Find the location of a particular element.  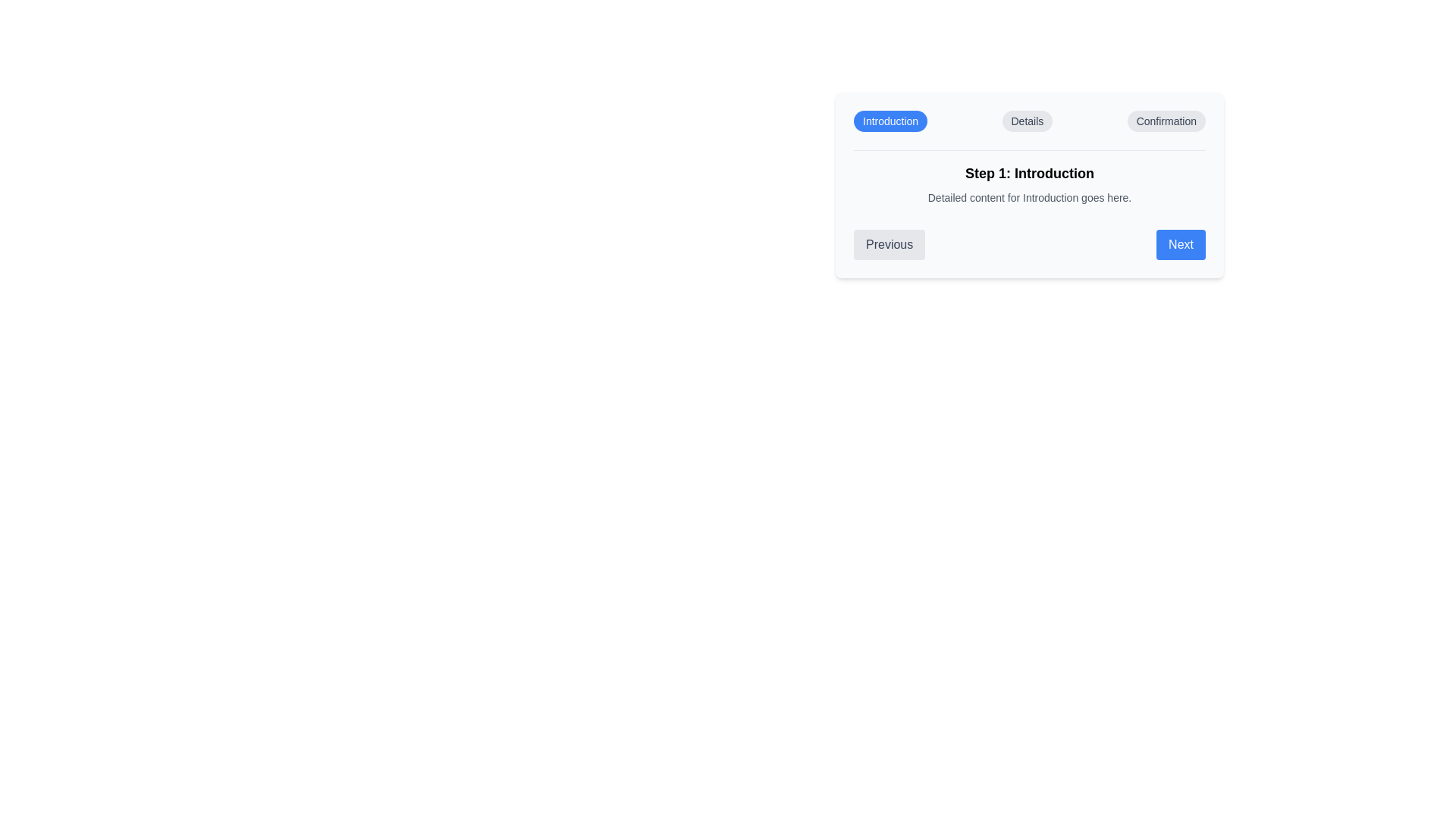

the label of the step Details to navigate to that step is located at coordinates (1027, 120).